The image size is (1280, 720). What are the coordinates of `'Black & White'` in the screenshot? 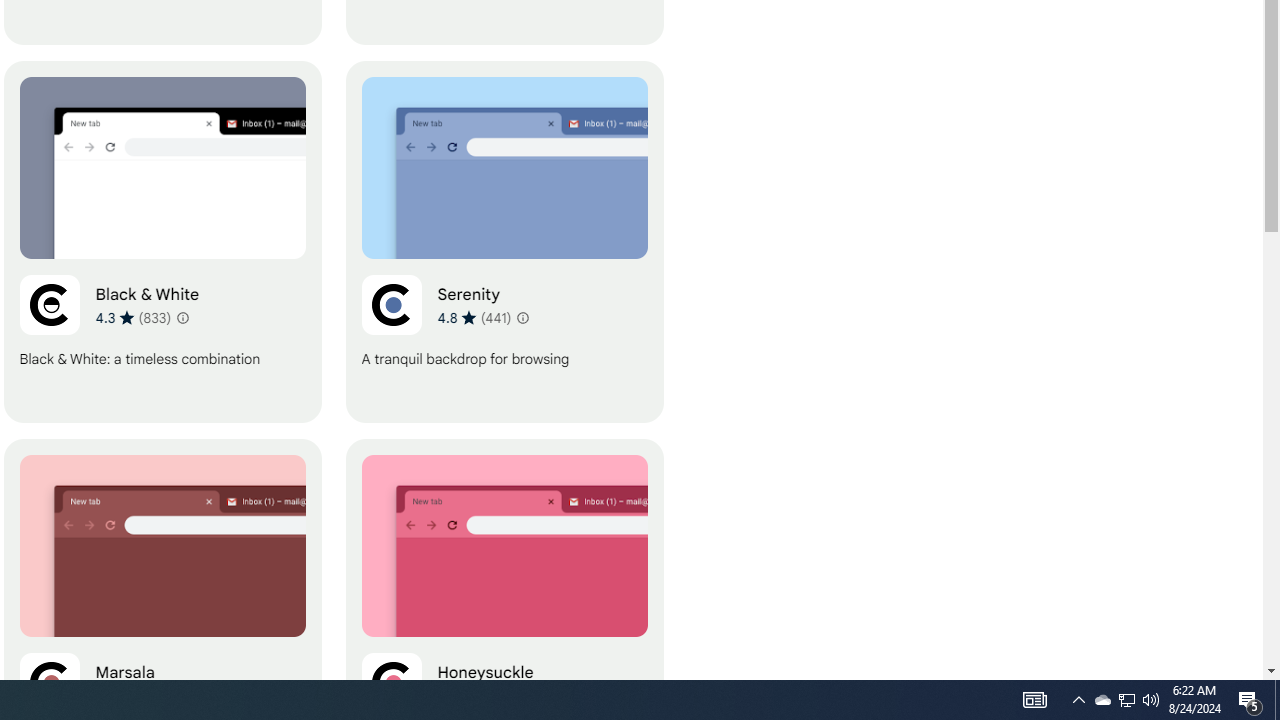 It's located at (162, 241).